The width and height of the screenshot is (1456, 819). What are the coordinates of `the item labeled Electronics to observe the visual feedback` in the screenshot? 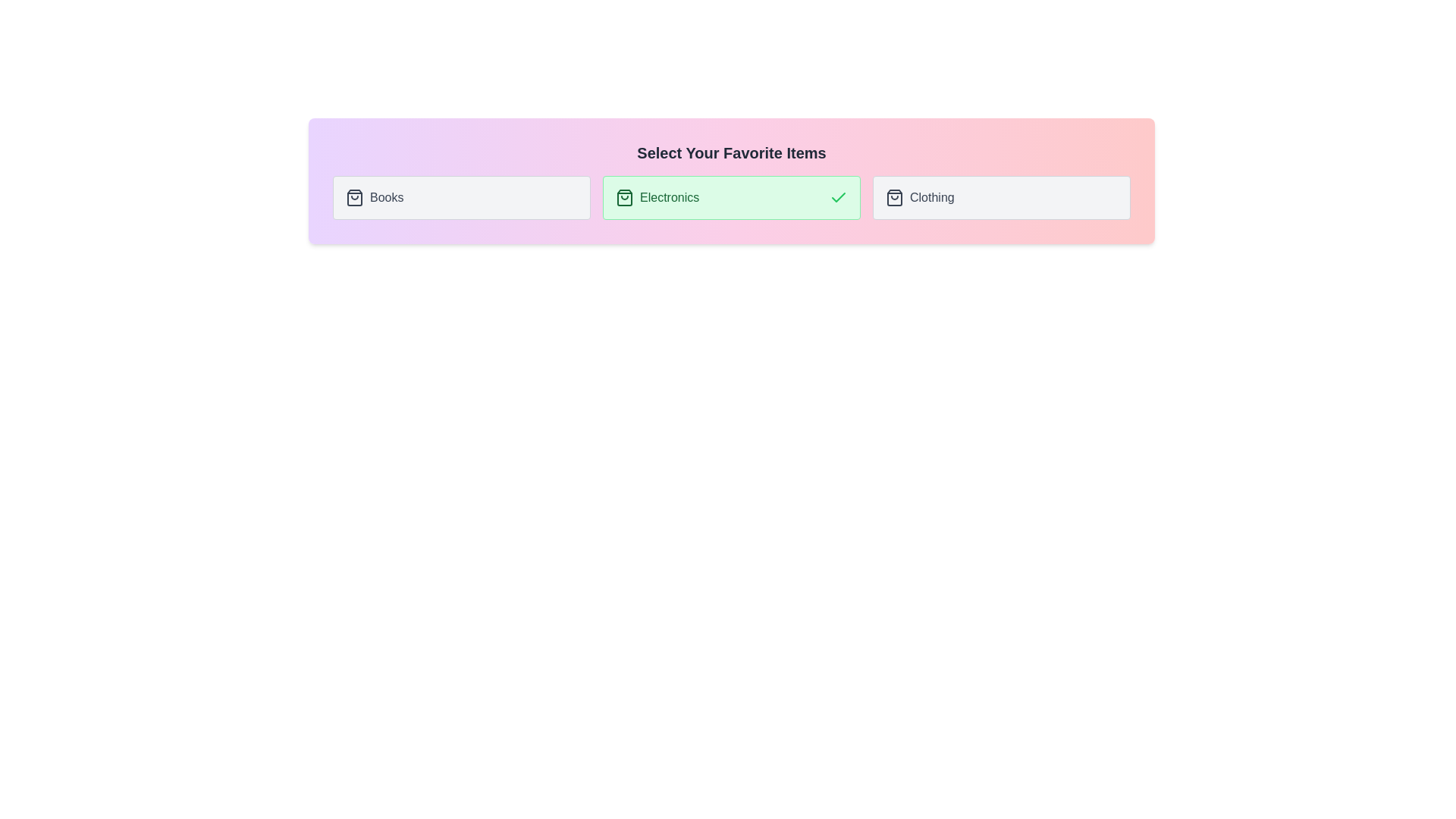 It's located at (731, 197).